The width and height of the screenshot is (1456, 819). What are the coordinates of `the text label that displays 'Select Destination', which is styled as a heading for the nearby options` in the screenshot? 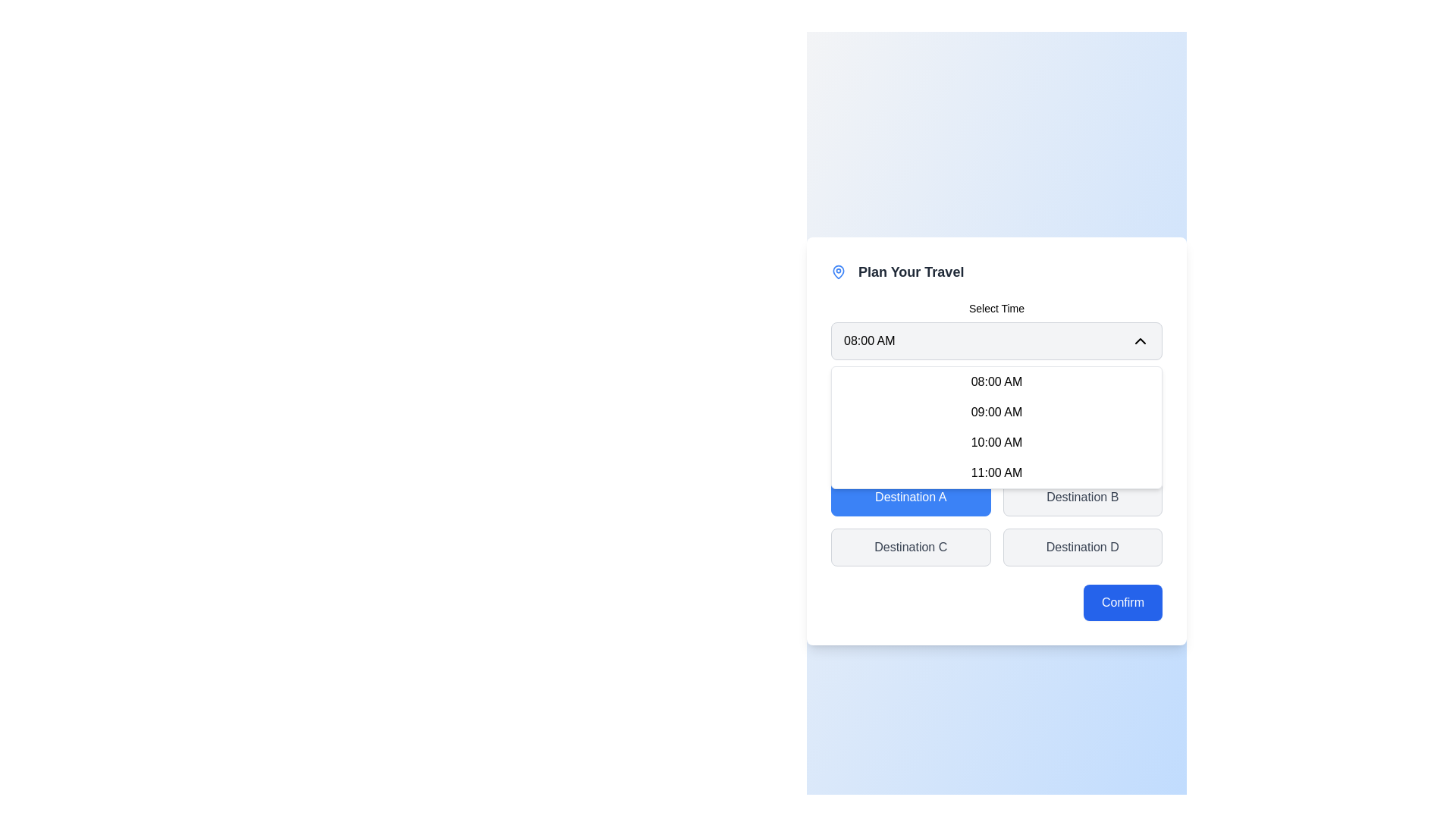 It's located at (996, 464).